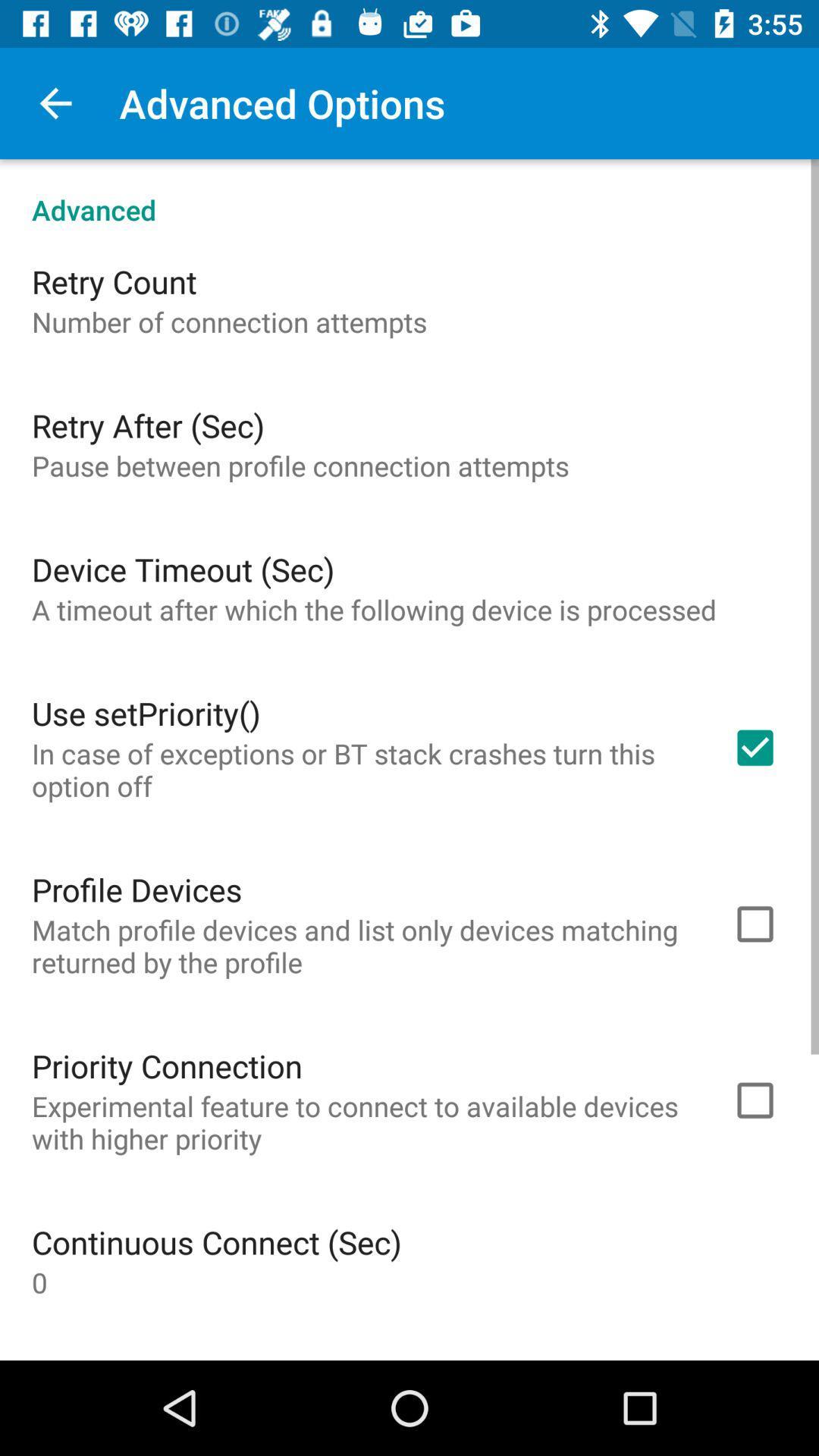  What do you see at coordinates (374, 610) in the screenshot?
I see `icon above use setpriority()` at bounding box center [374, 610].